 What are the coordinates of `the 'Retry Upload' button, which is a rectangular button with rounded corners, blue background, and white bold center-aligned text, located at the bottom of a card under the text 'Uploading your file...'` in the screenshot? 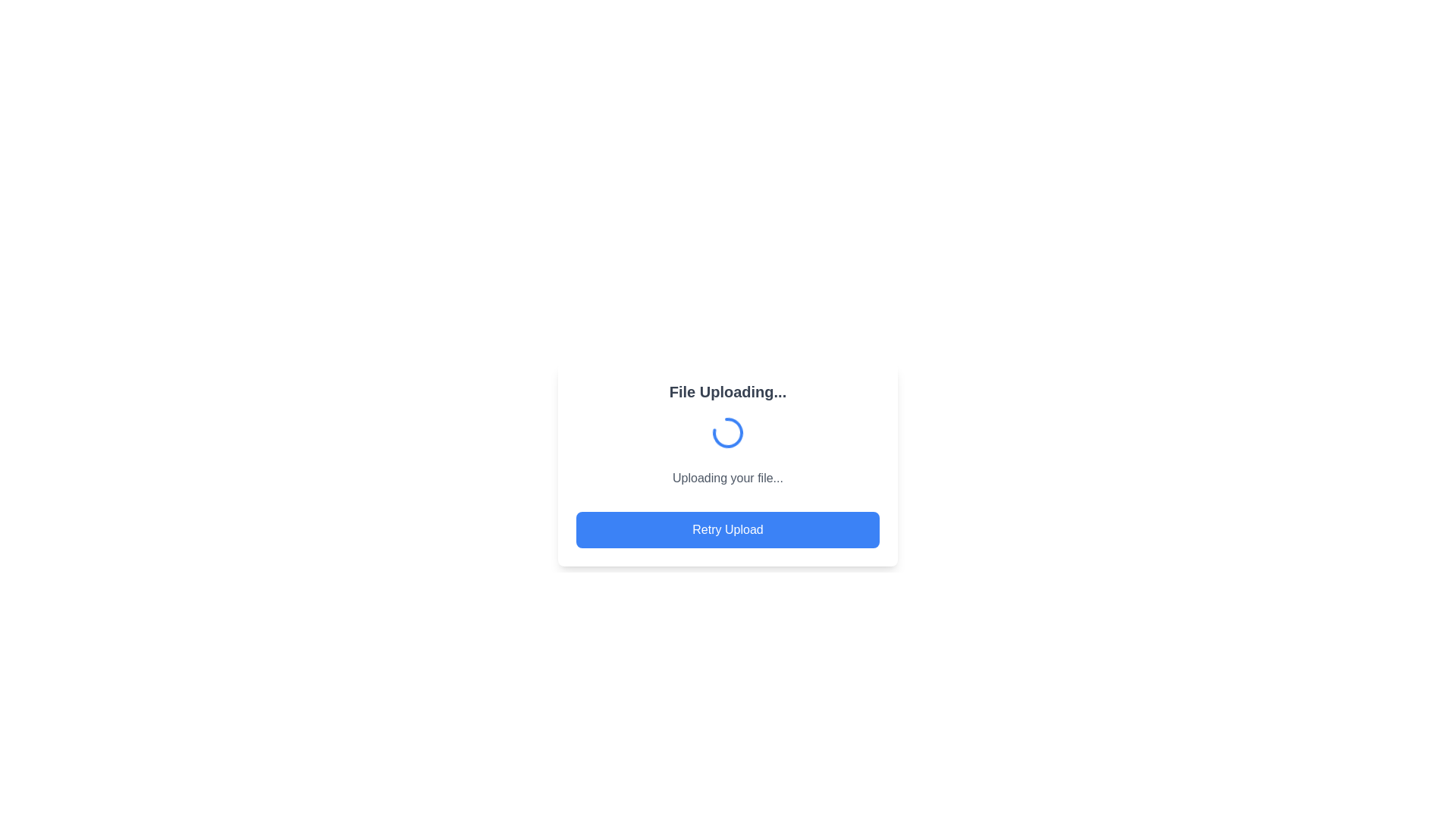 It's located at (728, 529).